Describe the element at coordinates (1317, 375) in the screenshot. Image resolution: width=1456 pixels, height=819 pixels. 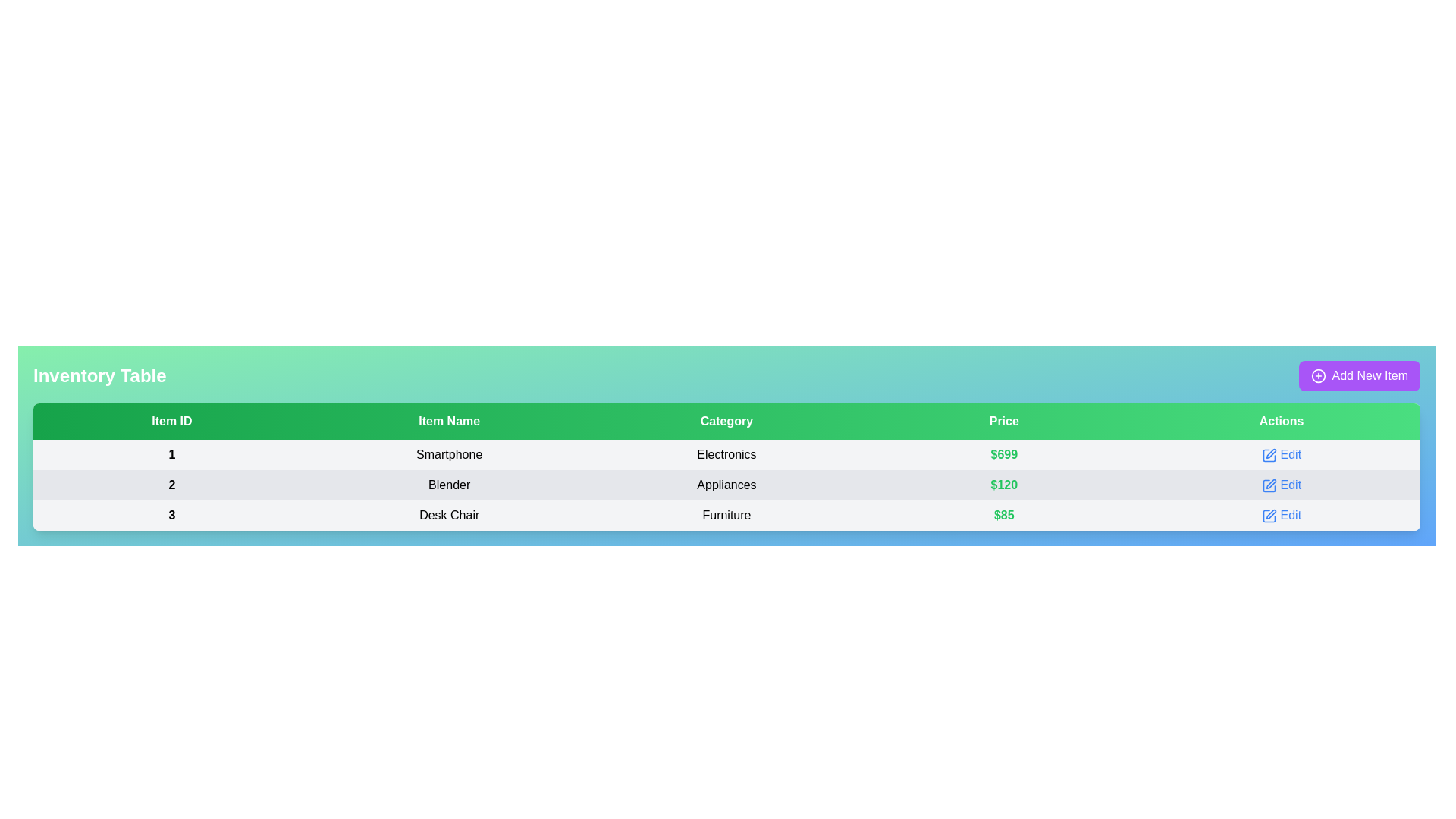
I see `the circular plus icon located inside the 'Add New Item' button in the top-right corner of the interface` at that location.